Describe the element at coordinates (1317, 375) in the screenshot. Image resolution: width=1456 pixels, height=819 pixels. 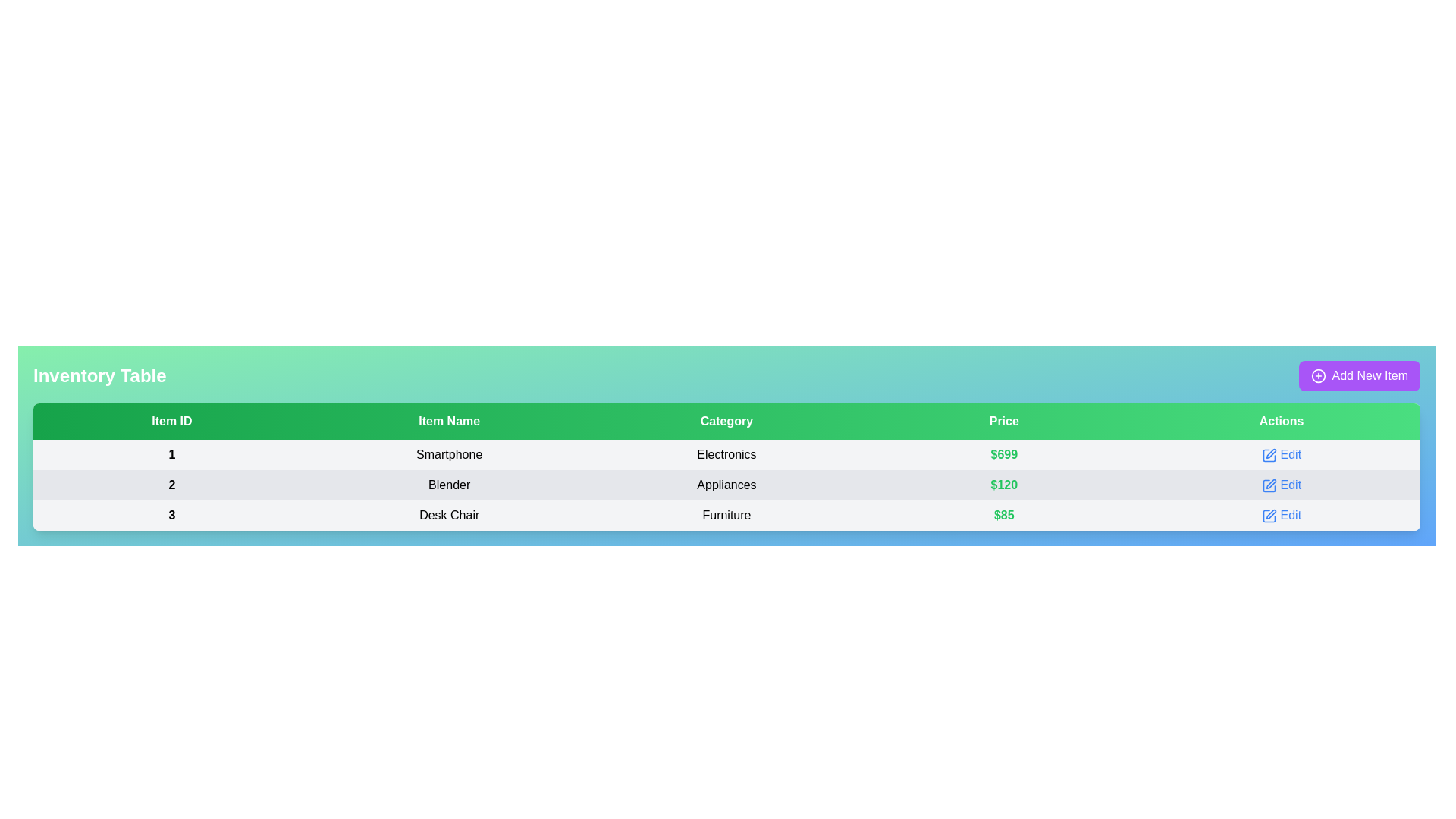
I see `the circular plus icon located inside the 'Add New Item' button in the top-right corner of the interface` at that location.